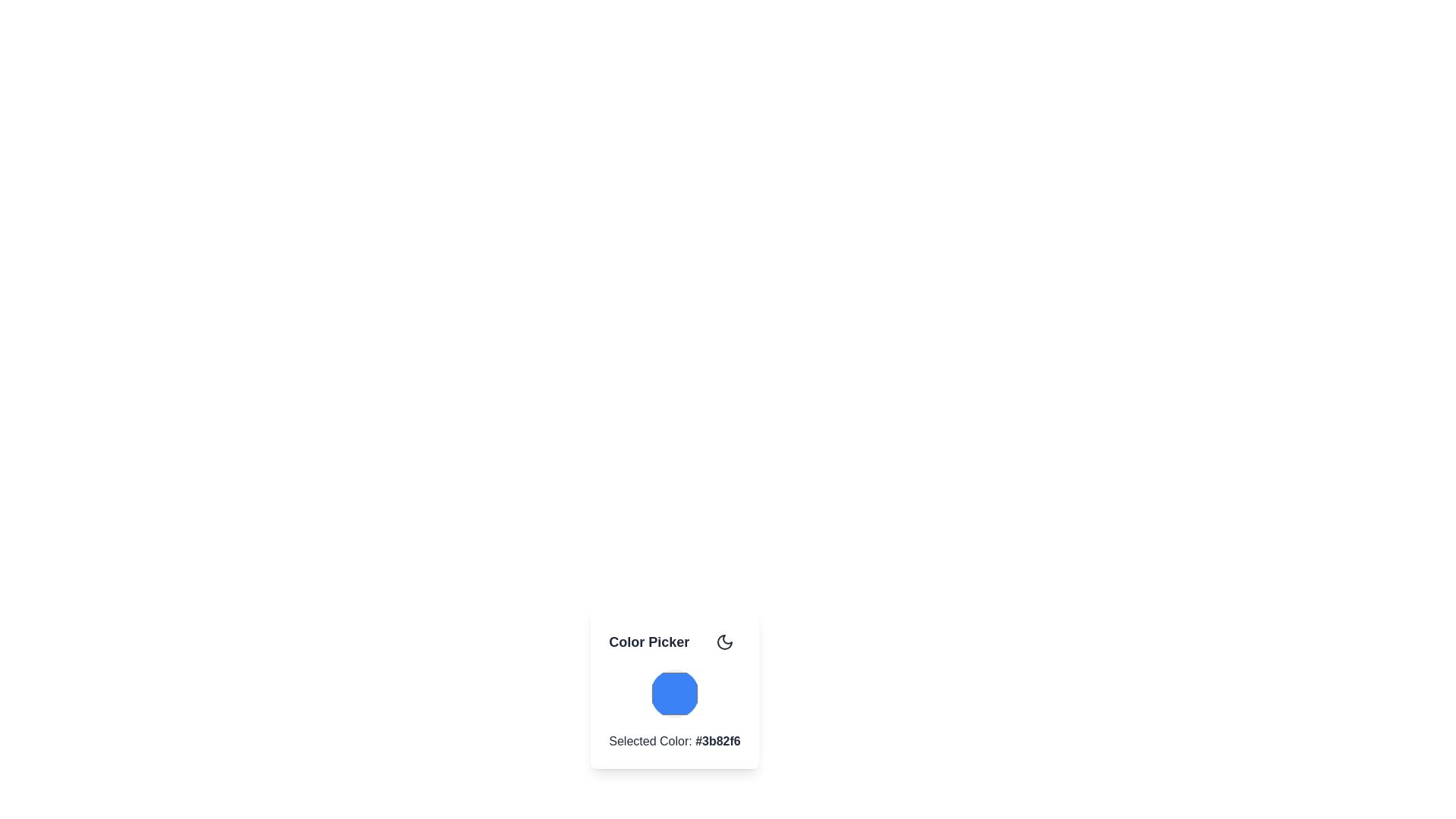  What do you see at coordinates (673, 688) in the screenshot?
I see `displayed selected color from the Color Picker card component, which shows 'Selected Color: #3b82f6' at the bottom of the card` at bounding box center [673, 688].